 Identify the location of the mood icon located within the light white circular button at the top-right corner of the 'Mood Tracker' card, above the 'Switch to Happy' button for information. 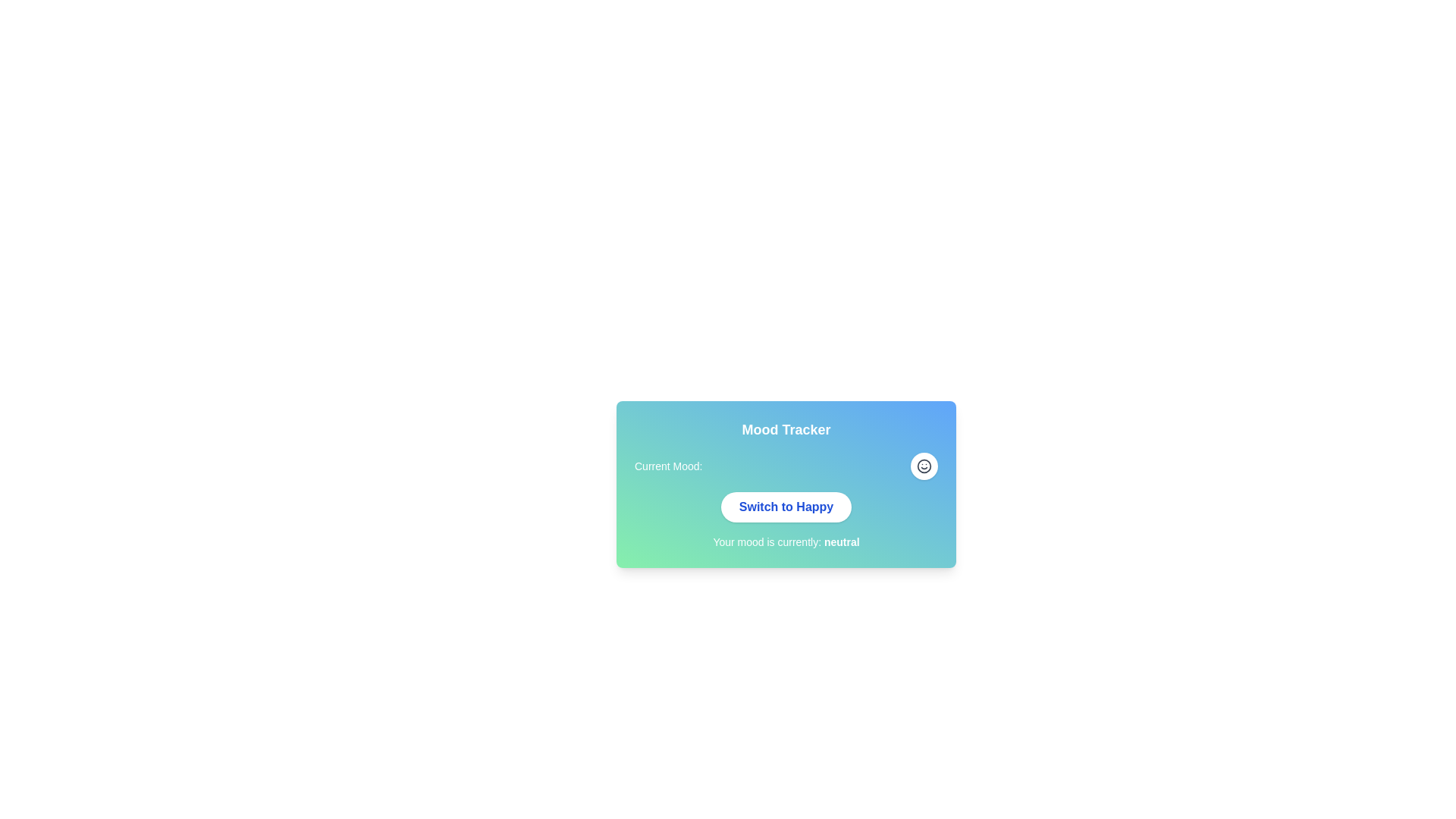
(924, 465).